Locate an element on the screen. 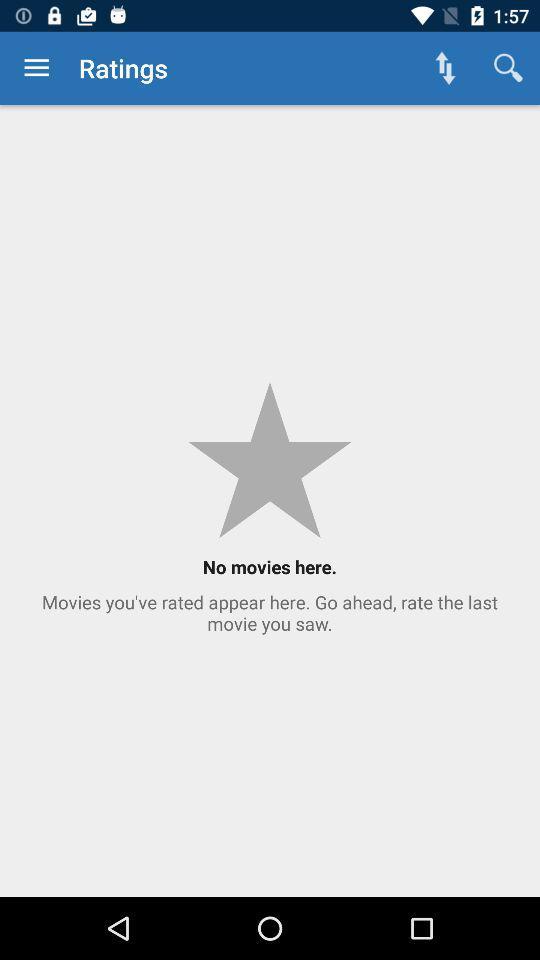  the item above the movies you ve is located at coordinates (445, 68).